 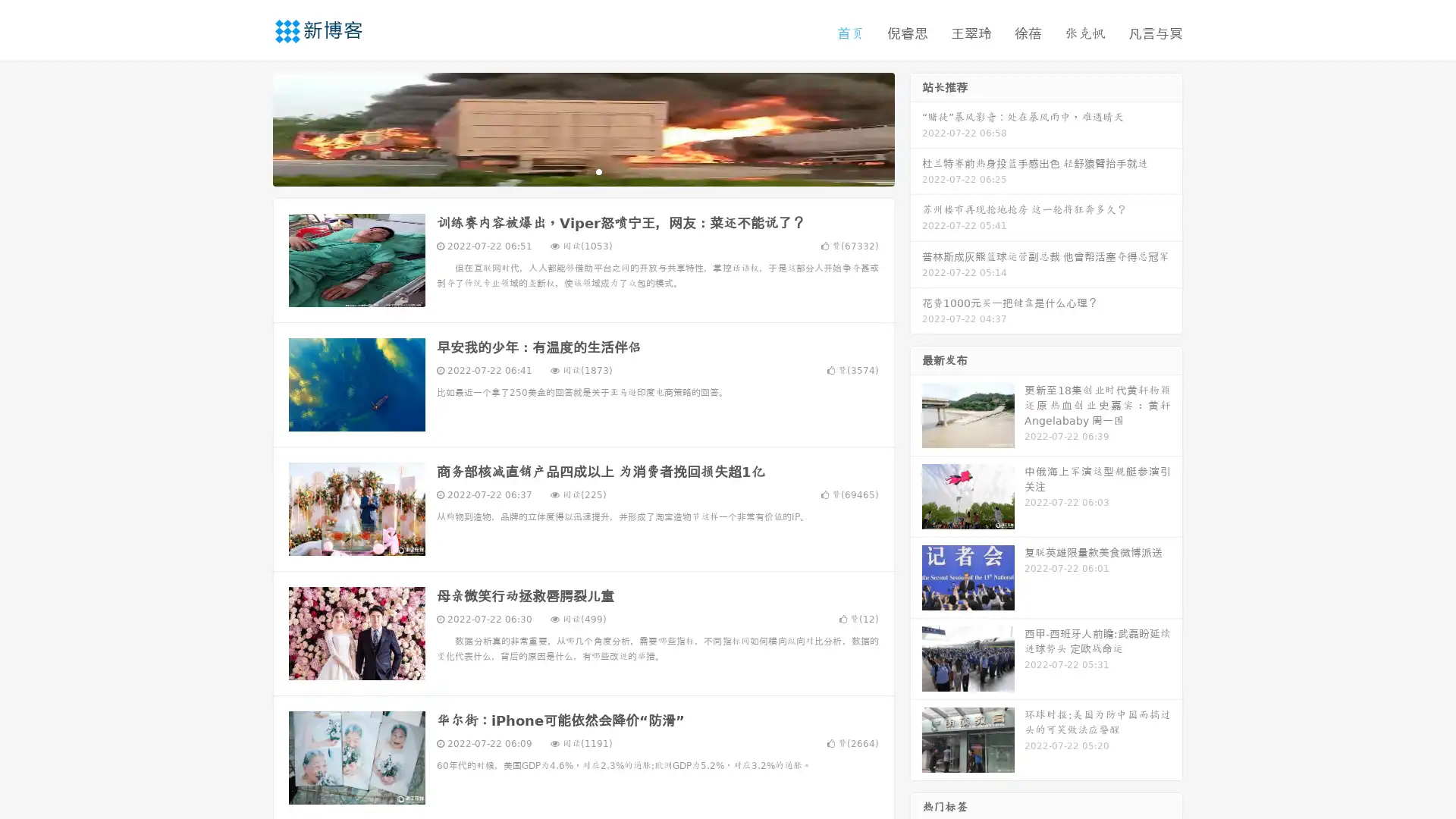 I want to click on Previous slide, so click(x=250, y=127).